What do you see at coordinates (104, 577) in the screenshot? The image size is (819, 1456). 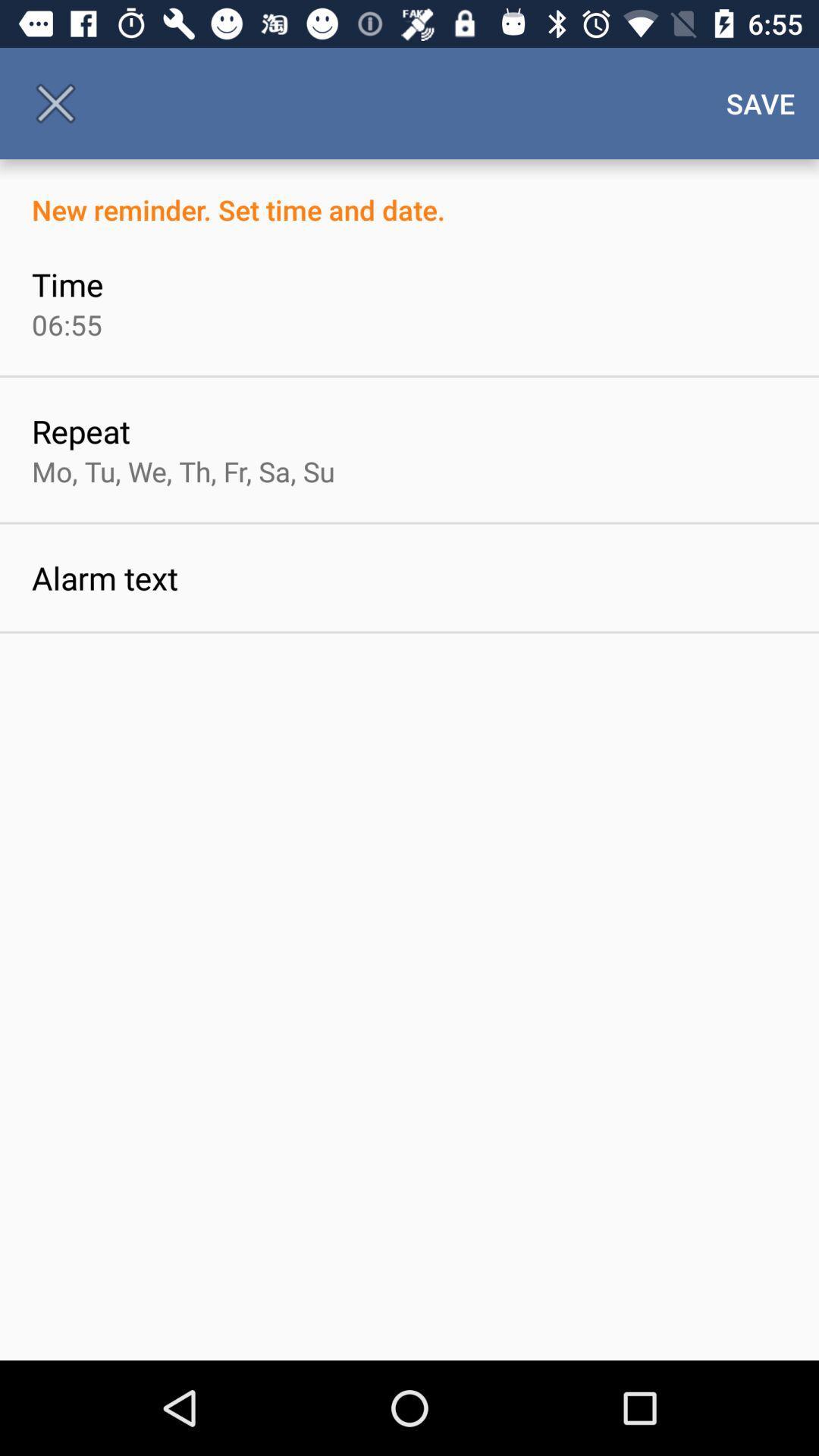 I see `alarm text` at bounding box center [104, 577].